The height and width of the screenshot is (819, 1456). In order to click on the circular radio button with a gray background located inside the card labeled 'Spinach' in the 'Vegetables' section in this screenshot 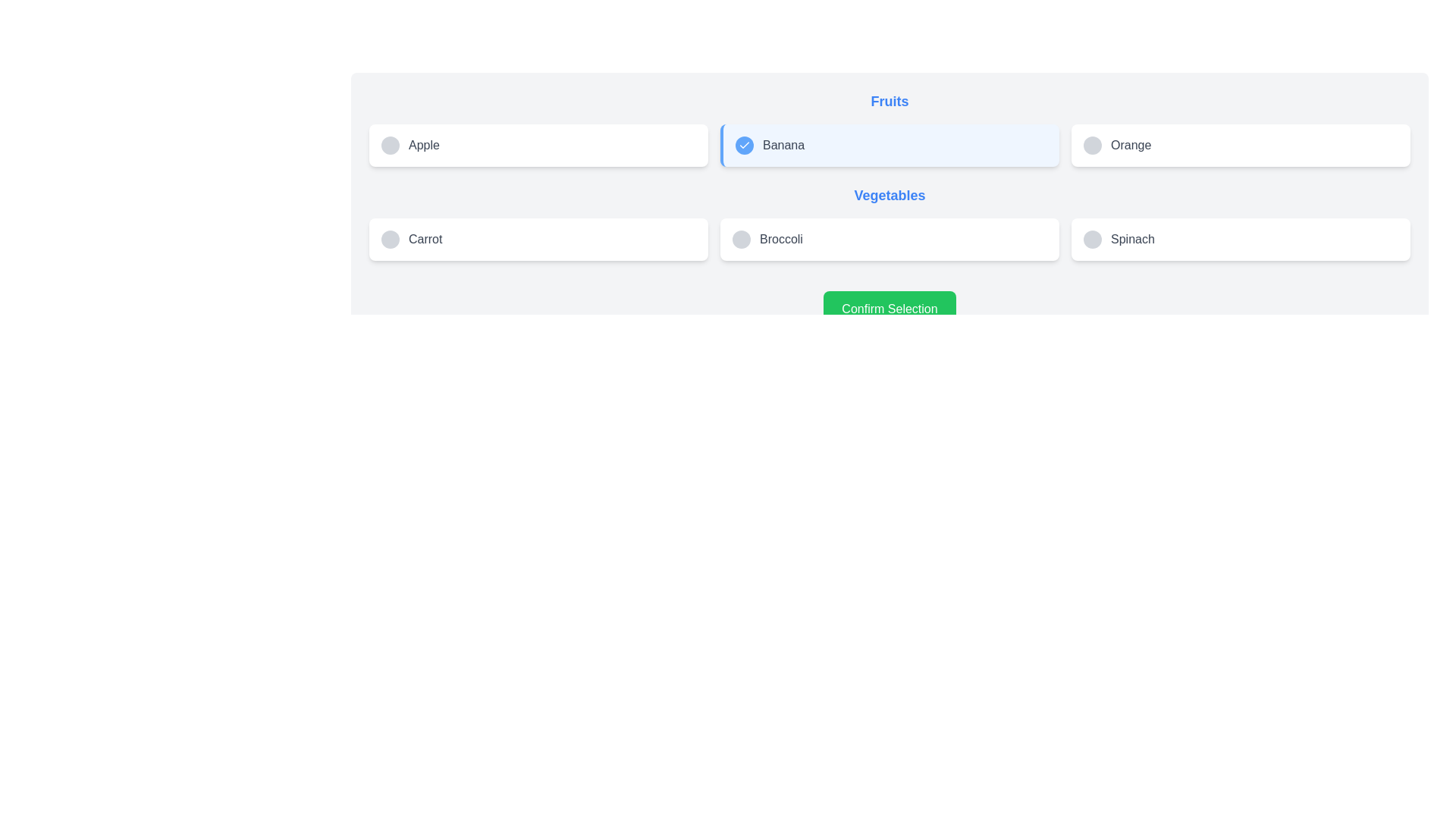, I will do `click(1092, 239)`.